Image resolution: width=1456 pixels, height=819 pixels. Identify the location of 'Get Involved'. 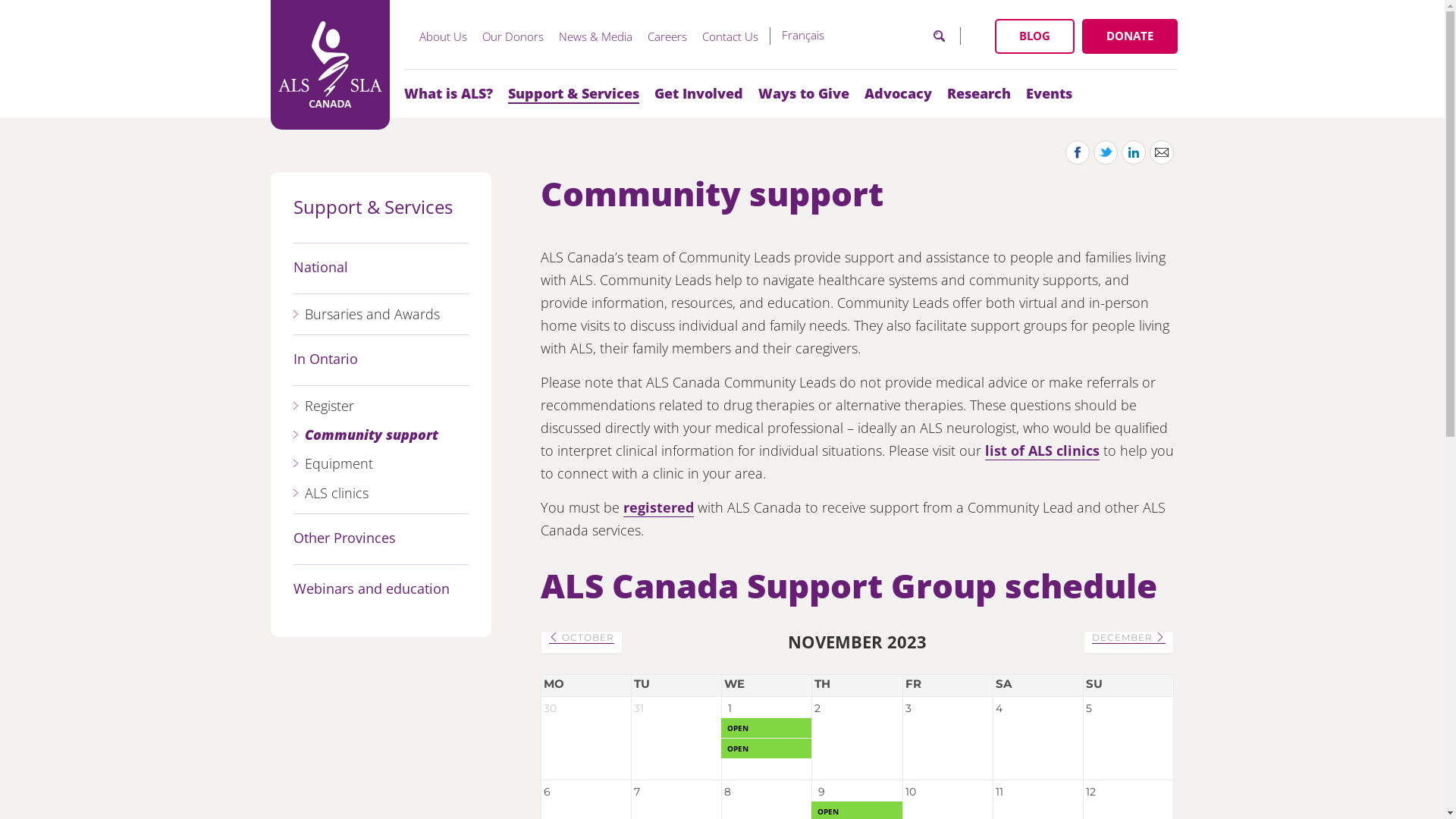
(697, 93).